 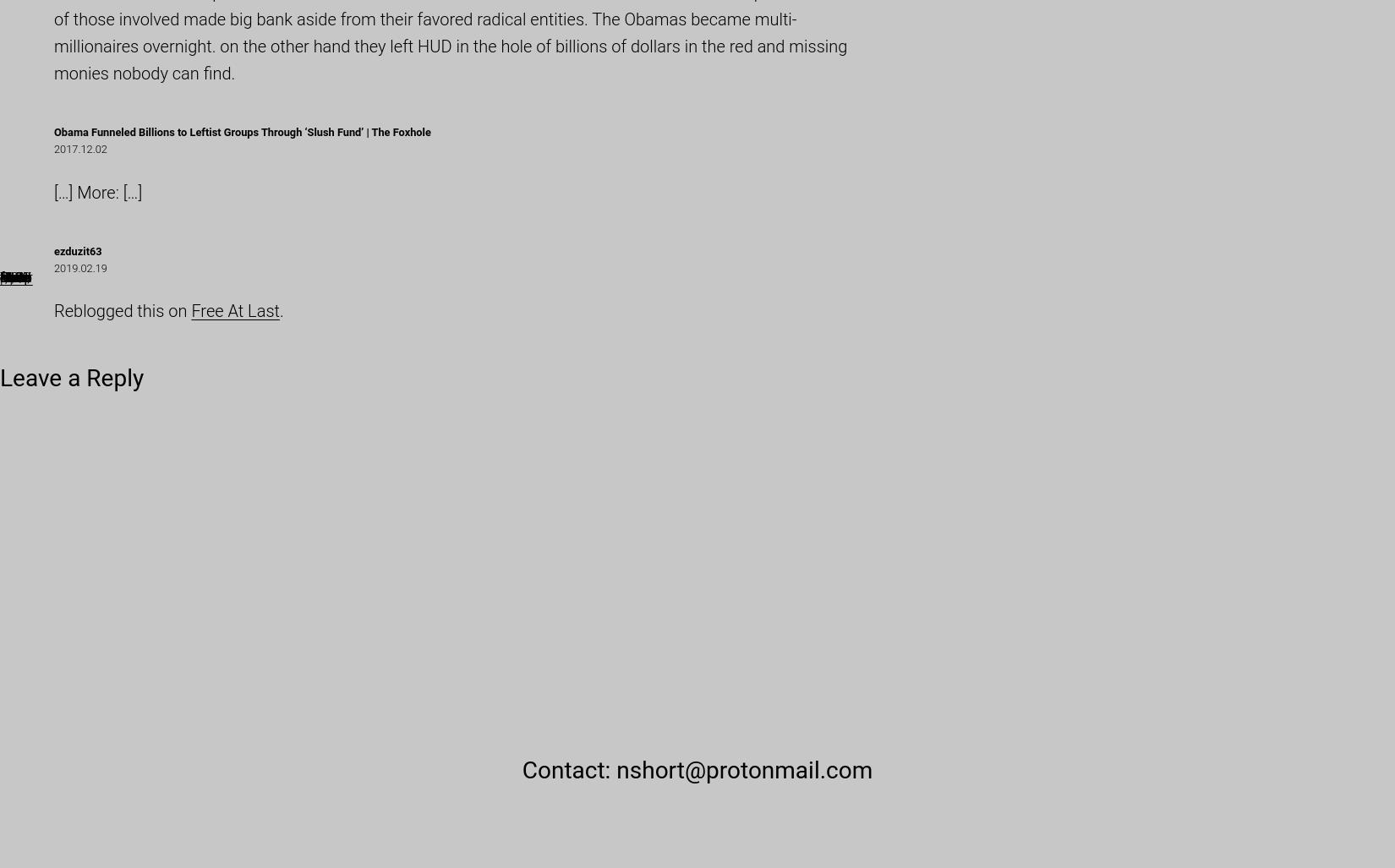 I want to click on 'Leave a Reply', so click(x=0, y=377).